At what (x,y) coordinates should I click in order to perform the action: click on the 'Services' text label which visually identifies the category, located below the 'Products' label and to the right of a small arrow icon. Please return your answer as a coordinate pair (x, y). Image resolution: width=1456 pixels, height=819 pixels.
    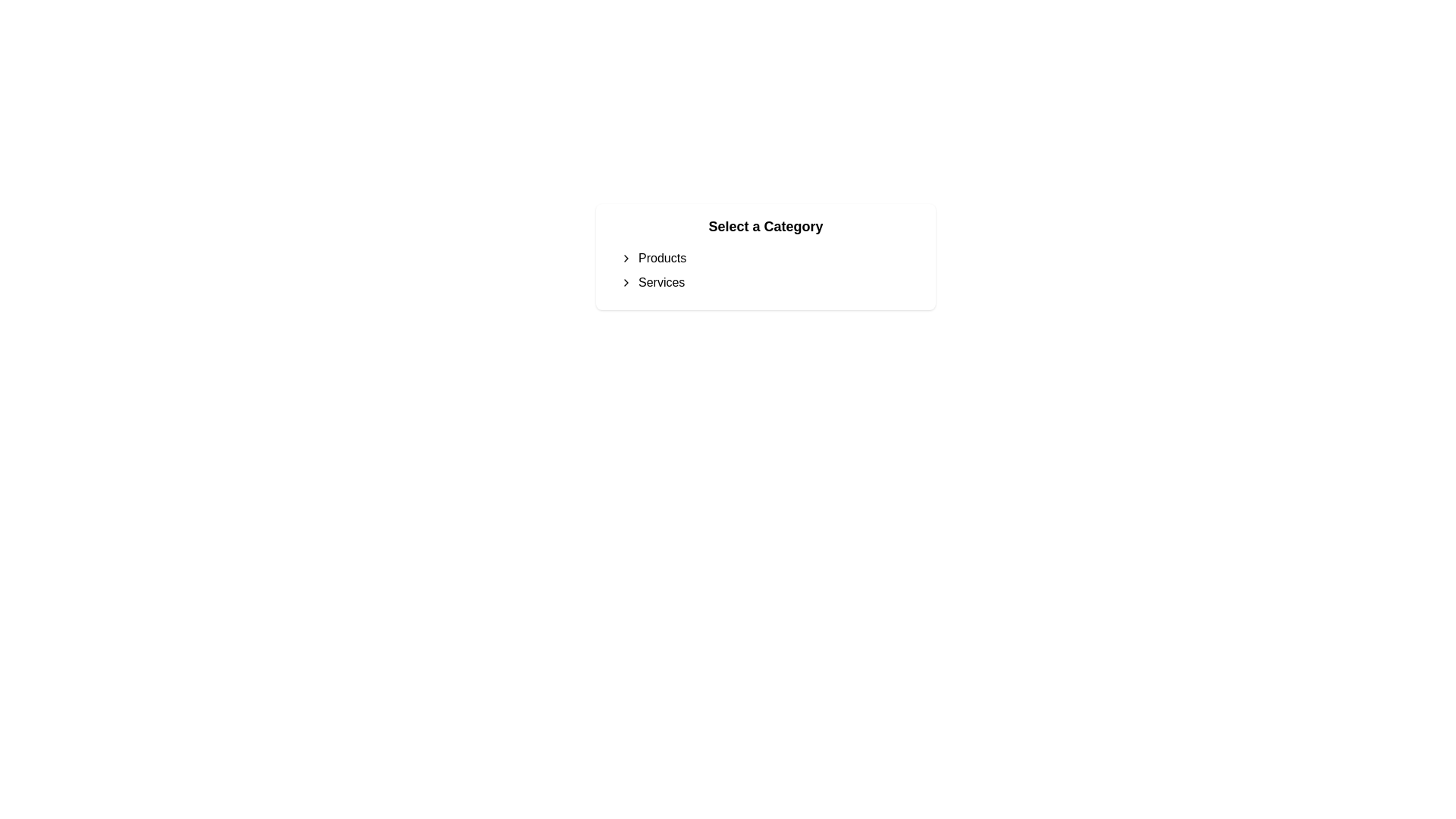
    Looking at the image, I should click on (661, 283).